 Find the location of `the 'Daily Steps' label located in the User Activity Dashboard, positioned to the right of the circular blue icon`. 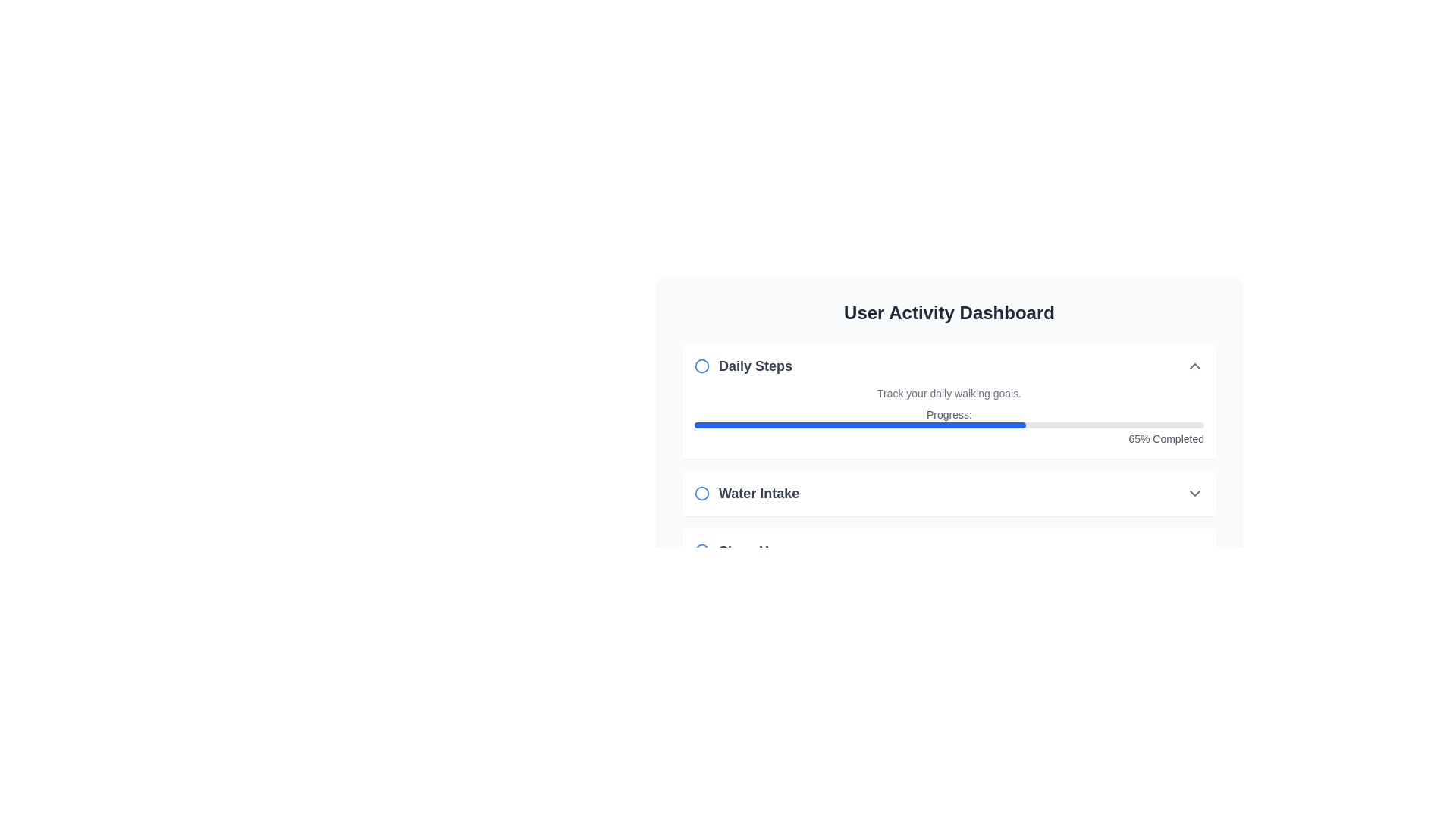

the 'Daily Steps' label located in the User Activity Dashboard, positioned to the right of the circular blue icon is located at coordinates (755, 366).